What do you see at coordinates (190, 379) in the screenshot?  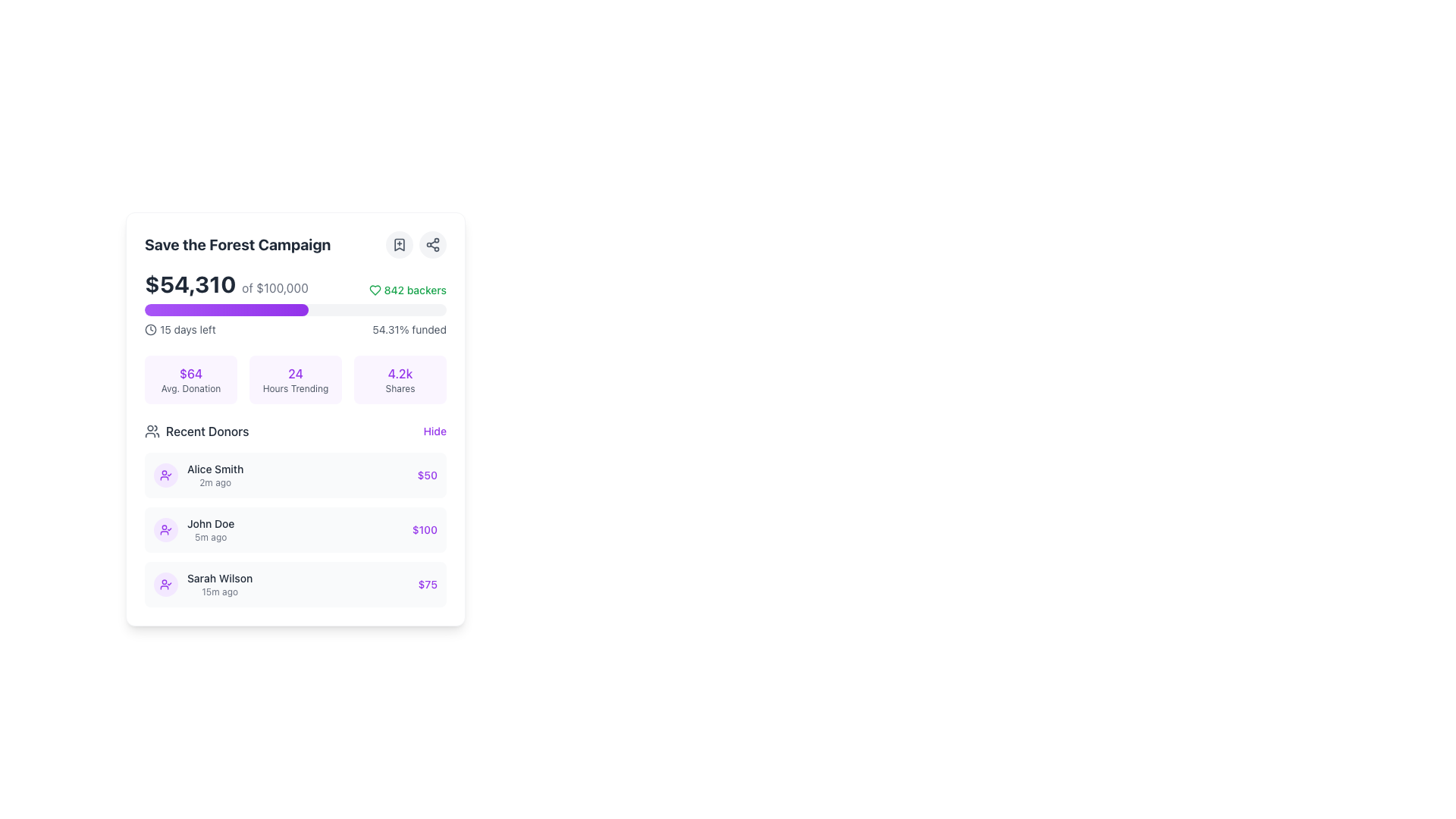 I see `the rectangular card with a light purple background displaying '$64' and 'Avg. Donation', which is the first card in the grid layout` at bounding box center [190, 379].